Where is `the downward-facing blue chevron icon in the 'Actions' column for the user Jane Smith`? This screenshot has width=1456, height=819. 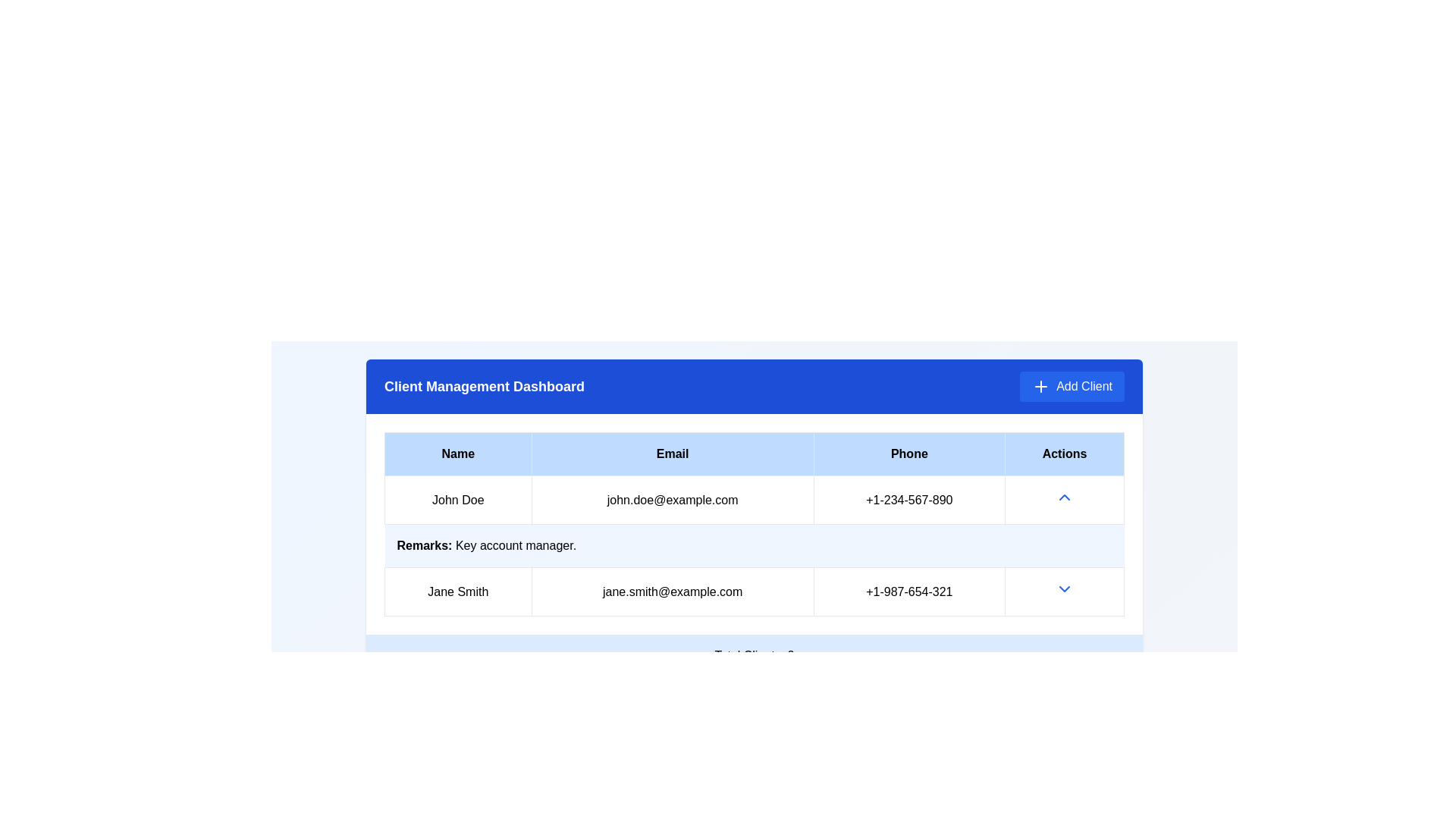 the downward-facing blue chevron icon in the 'Actions' column for the user Jane Smith is located at coordinates (1063, 588).